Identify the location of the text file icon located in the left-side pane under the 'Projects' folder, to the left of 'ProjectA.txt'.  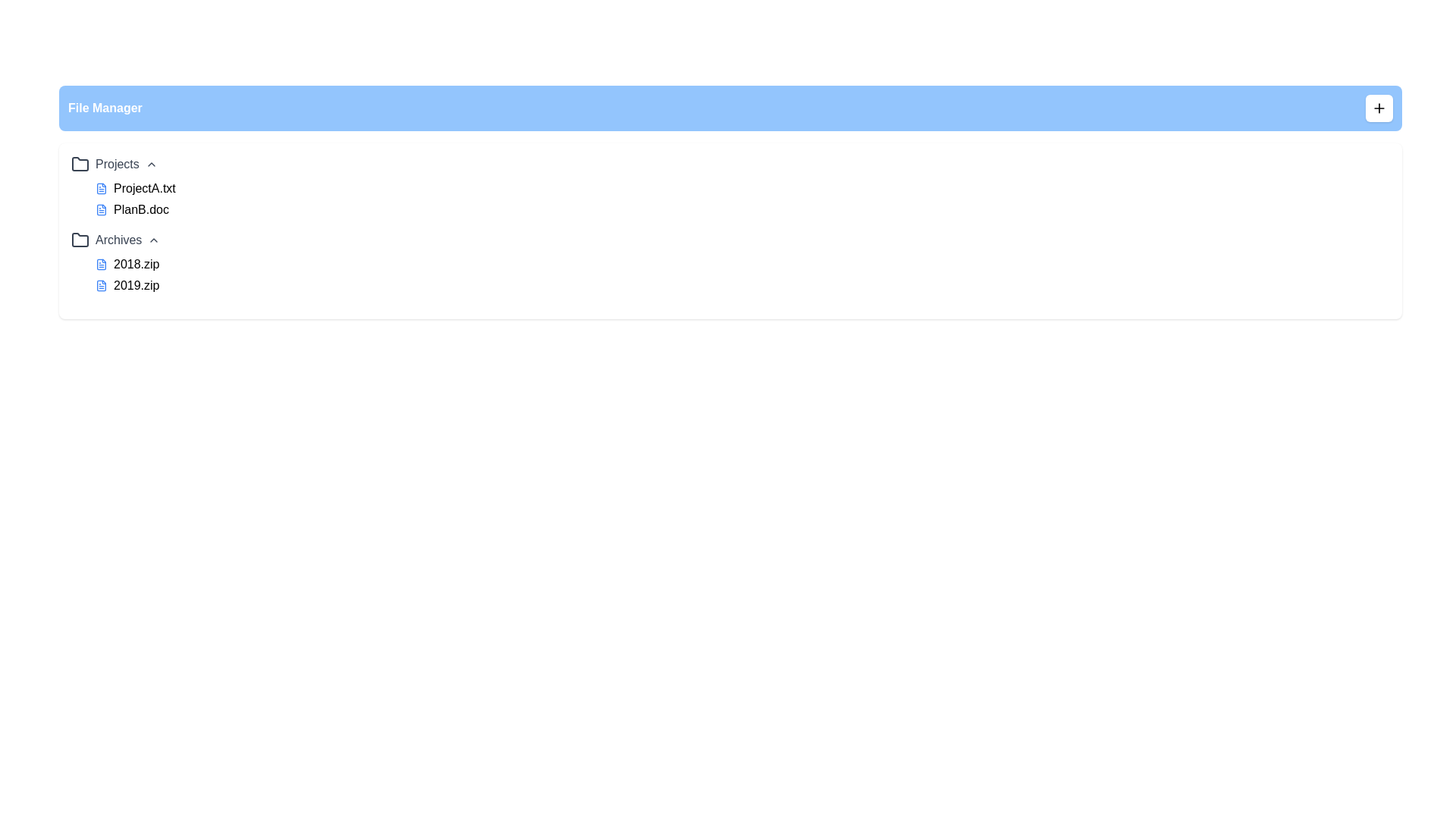
(101, 188).